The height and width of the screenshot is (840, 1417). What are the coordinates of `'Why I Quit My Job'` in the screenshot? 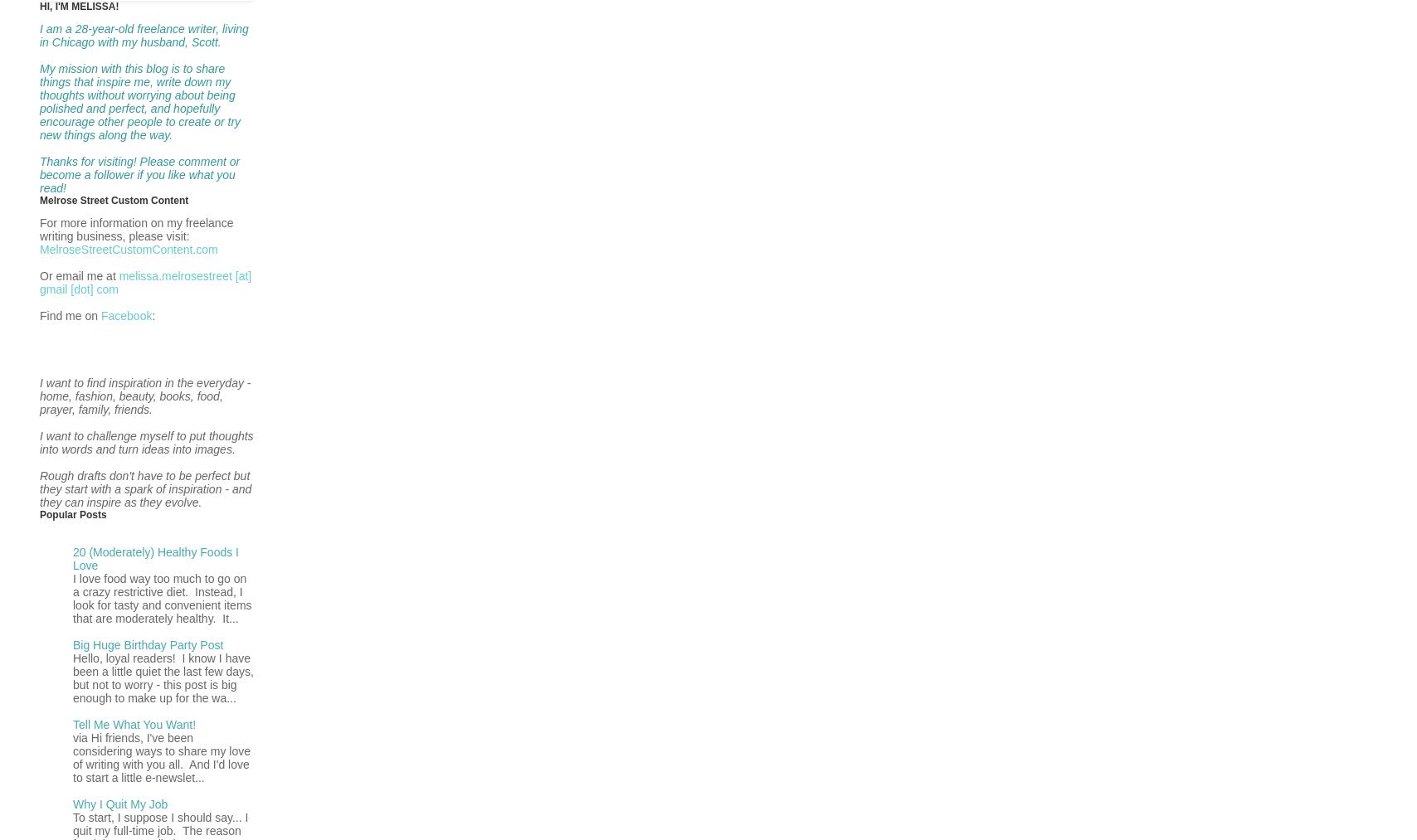 It's located at (120, 804).